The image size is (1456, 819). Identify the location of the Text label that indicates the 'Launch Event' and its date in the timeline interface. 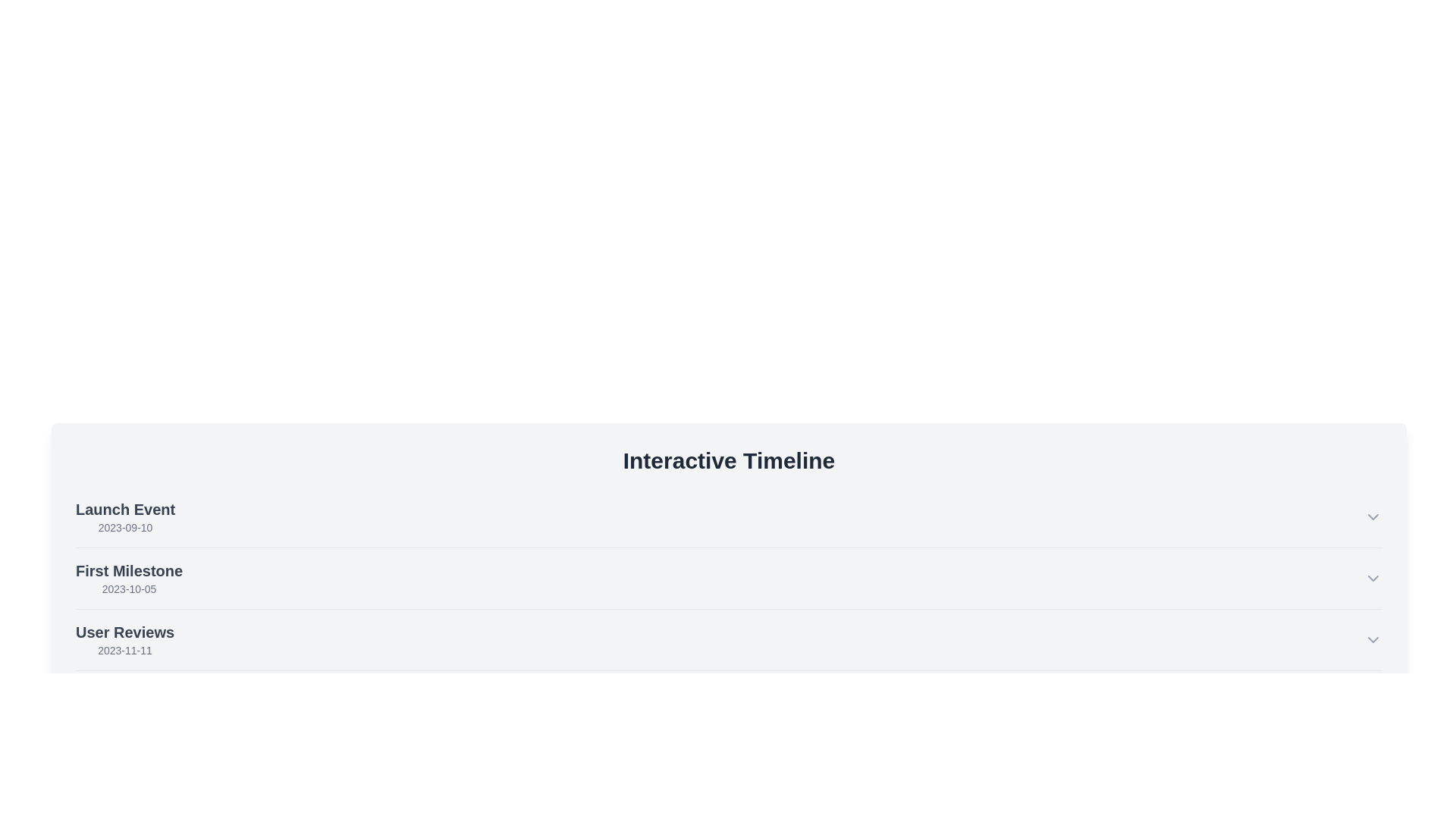
(125, 516).